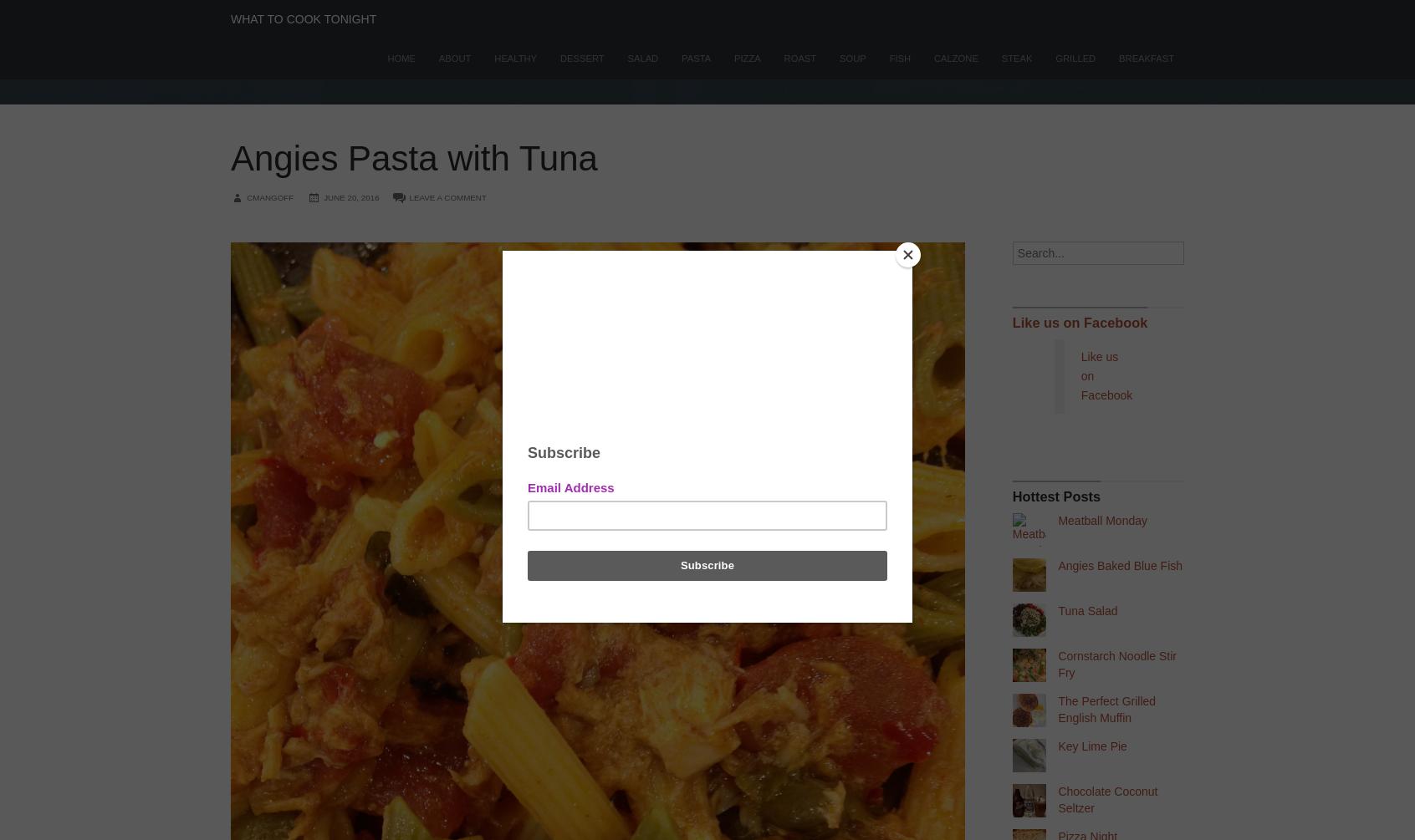 The image size is (1415, 840). Describe the element at coordinates (746, 59) in the screenshot. I see `'pizza'` at that location.